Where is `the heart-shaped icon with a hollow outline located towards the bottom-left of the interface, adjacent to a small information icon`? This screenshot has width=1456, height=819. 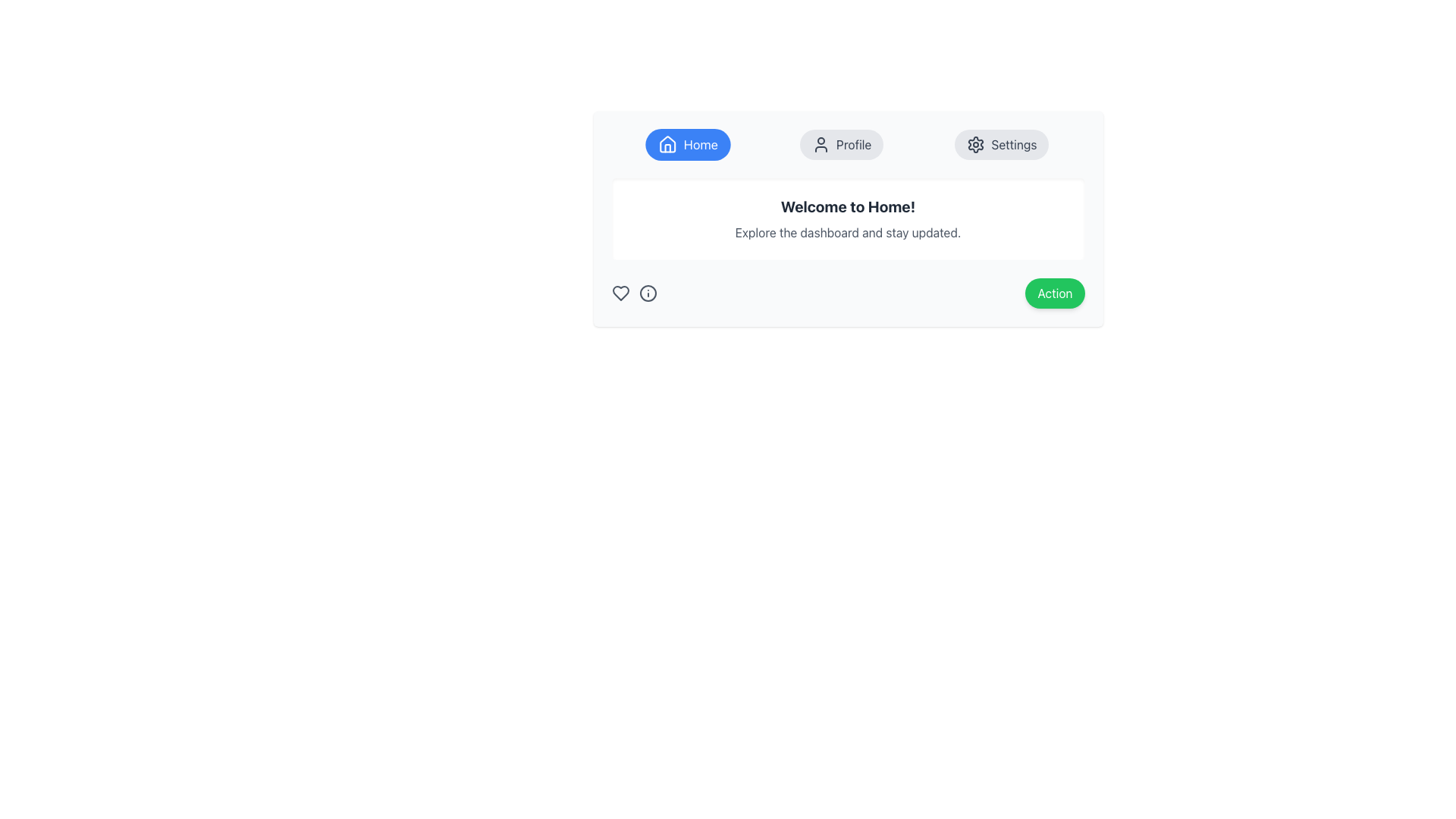 the heart-shaped icon with a hollow outline located towards the bottom-left of the interface, adjacent to a small information icon is located at coordinates (620, 293).